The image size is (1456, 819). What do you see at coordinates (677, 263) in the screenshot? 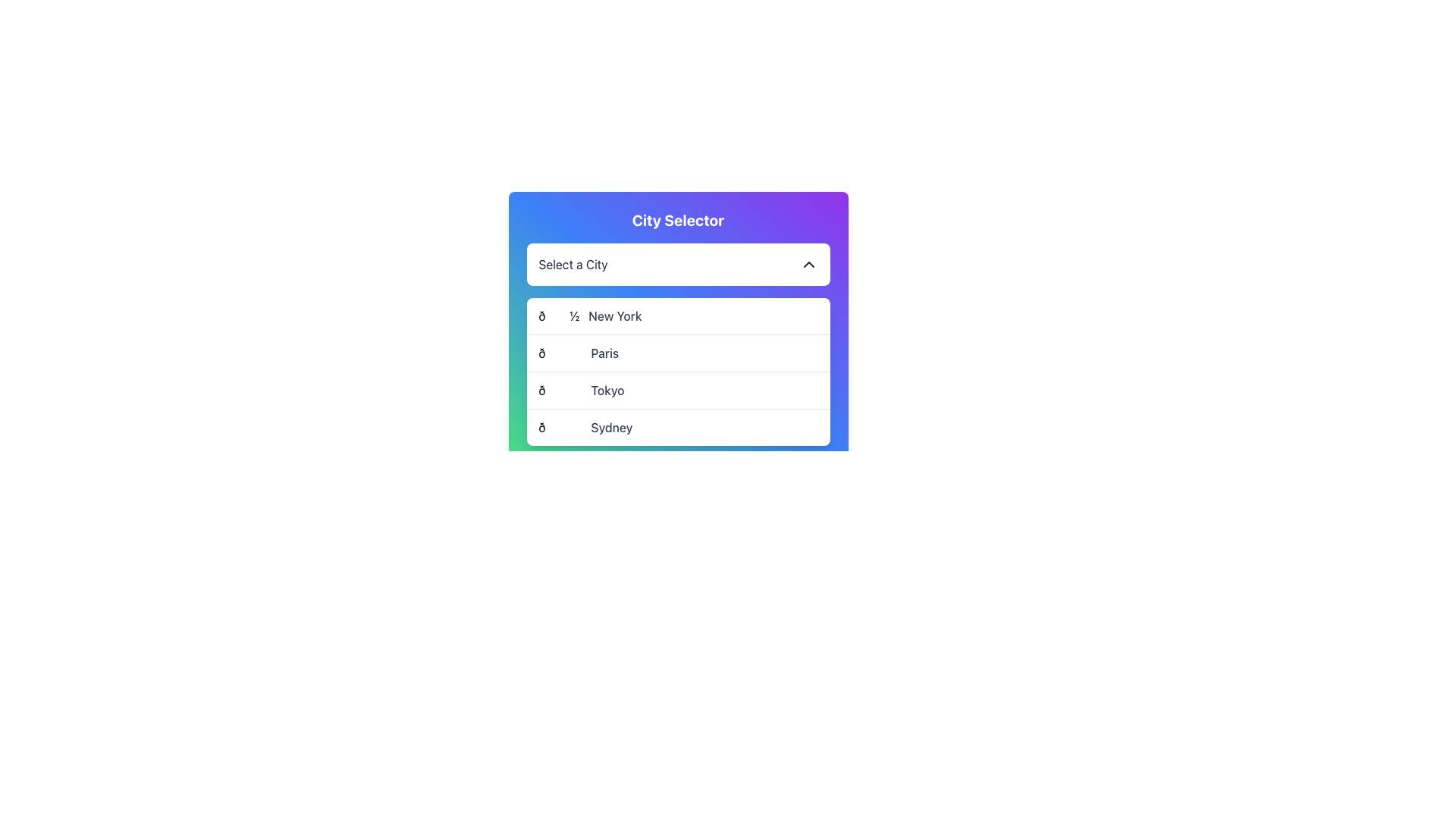
I see `the dropdown trigger labeled 'Select a City'` at bounding box center [677, 263].